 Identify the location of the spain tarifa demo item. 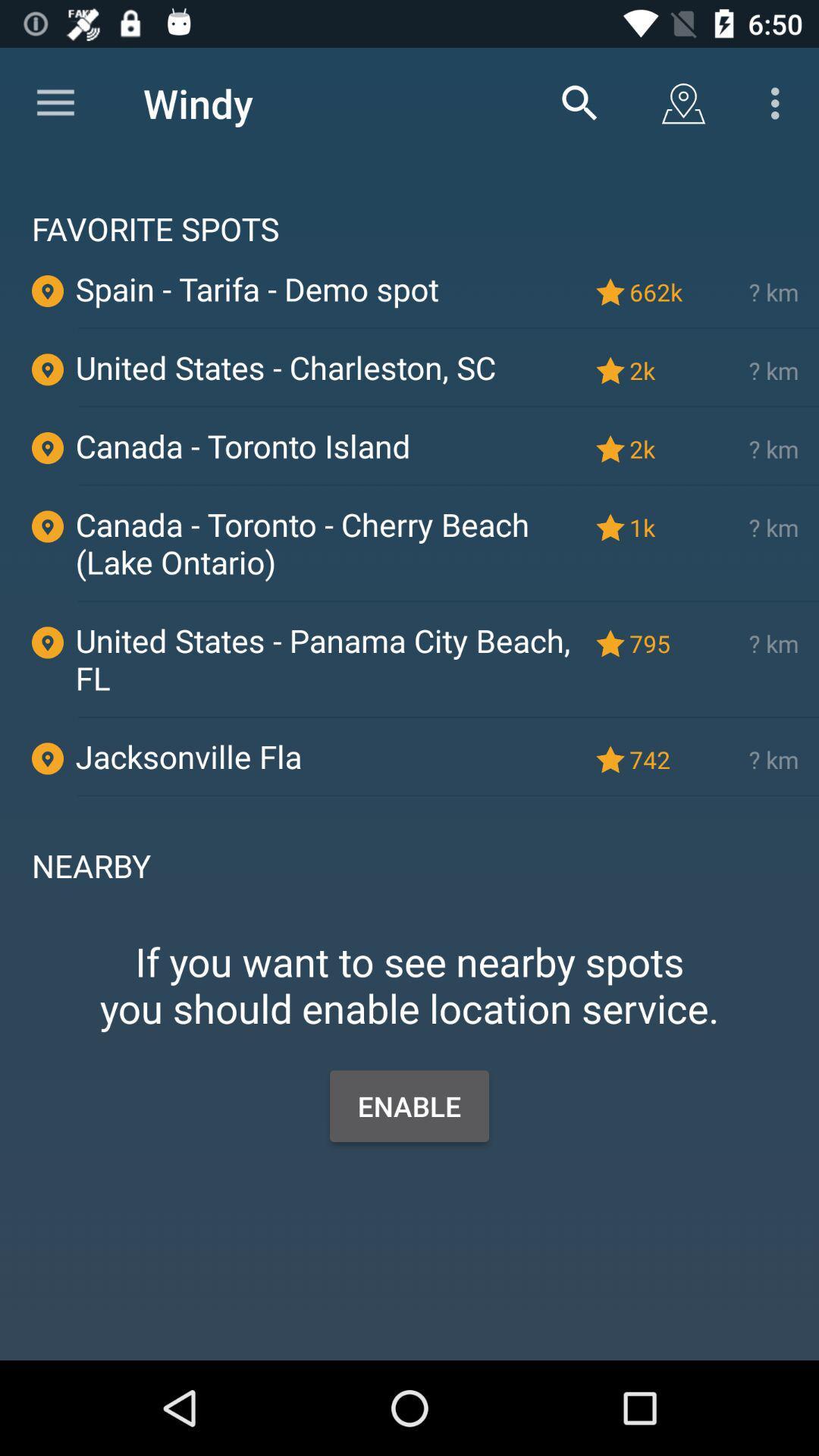
(327, 288).